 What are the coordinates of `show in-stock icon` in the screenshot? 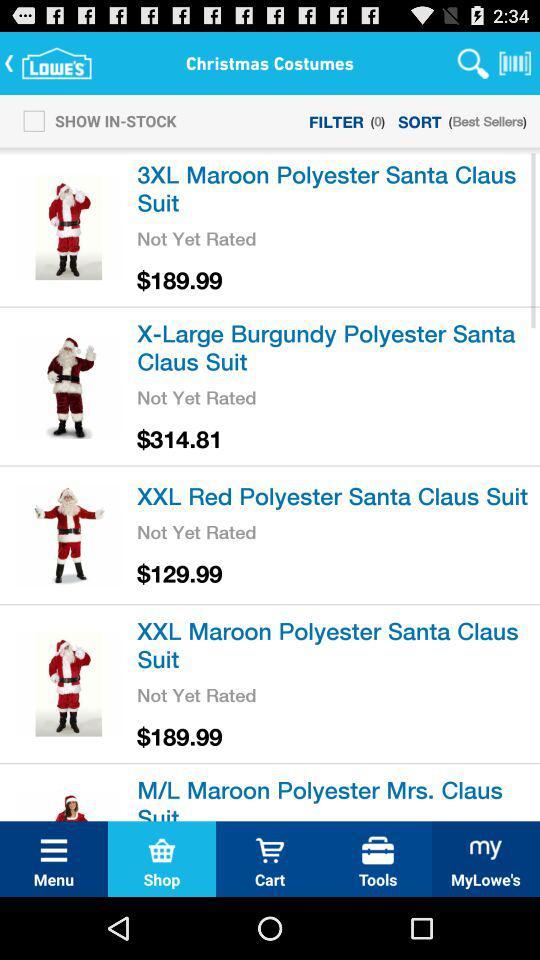 It's located at (93, 120).